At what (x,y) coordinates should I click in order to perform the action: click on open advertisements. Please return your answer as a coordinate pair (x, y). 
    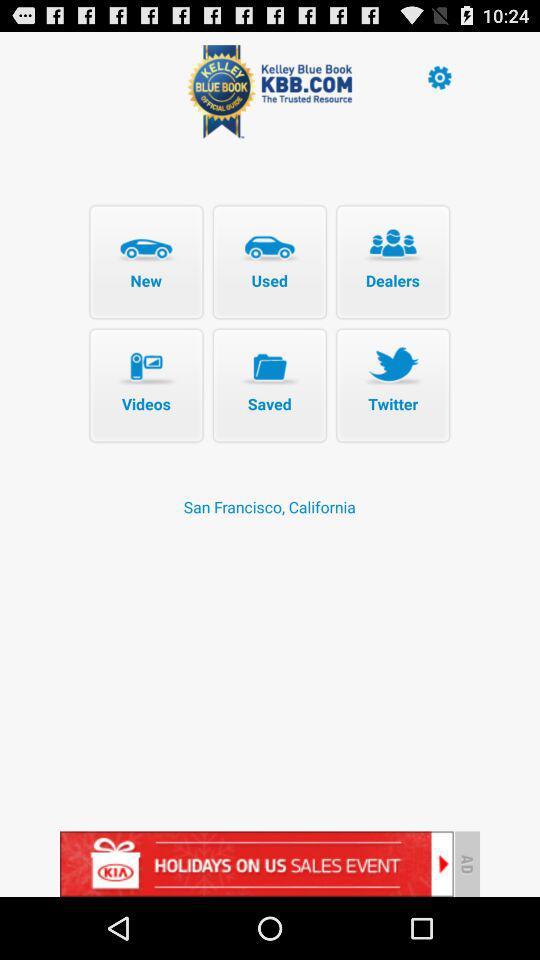
    Looking at the image, I should click on (256, 863).